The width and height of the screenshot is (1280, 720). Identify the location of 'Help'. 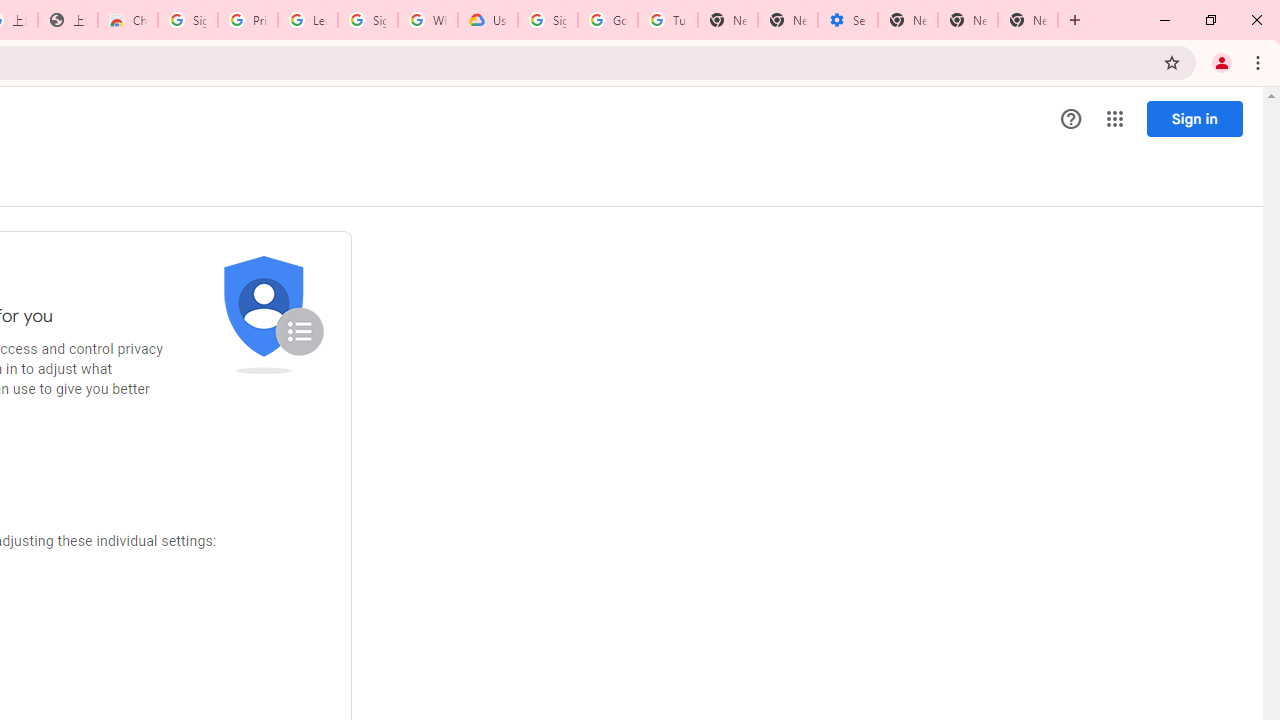
(1070, 119).